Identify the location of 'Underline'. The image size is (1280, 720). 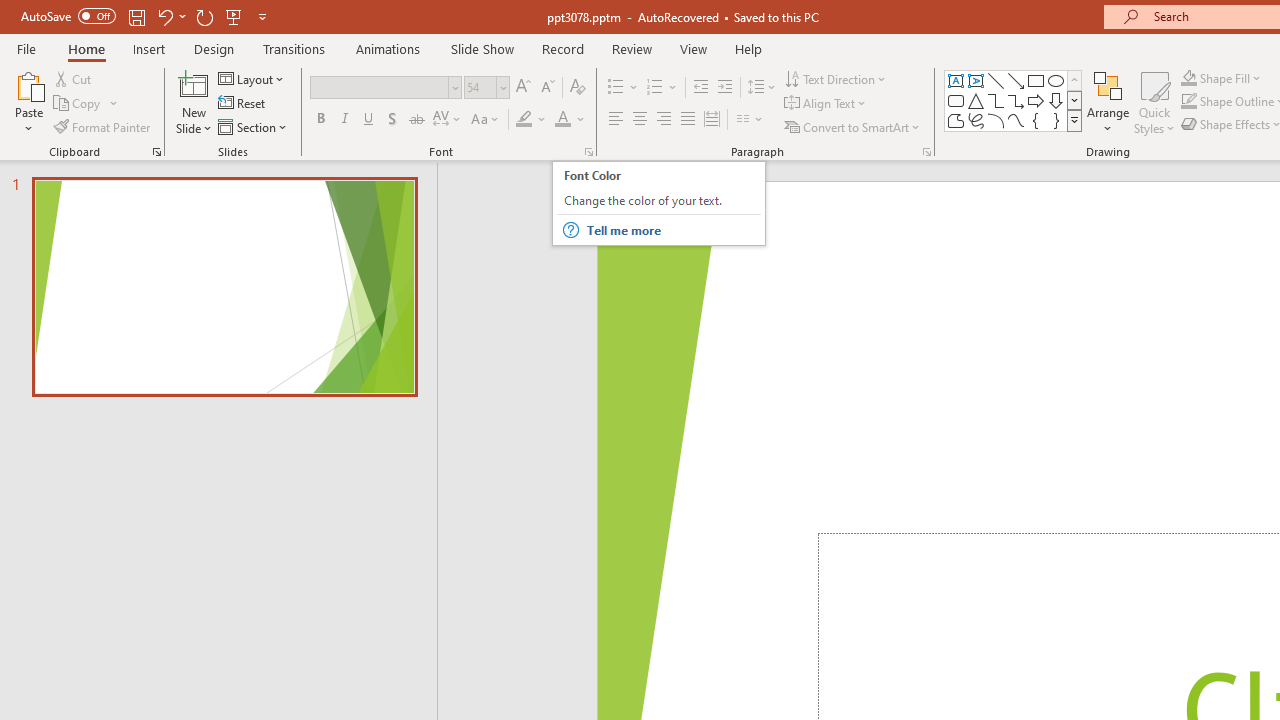
(369, 119).